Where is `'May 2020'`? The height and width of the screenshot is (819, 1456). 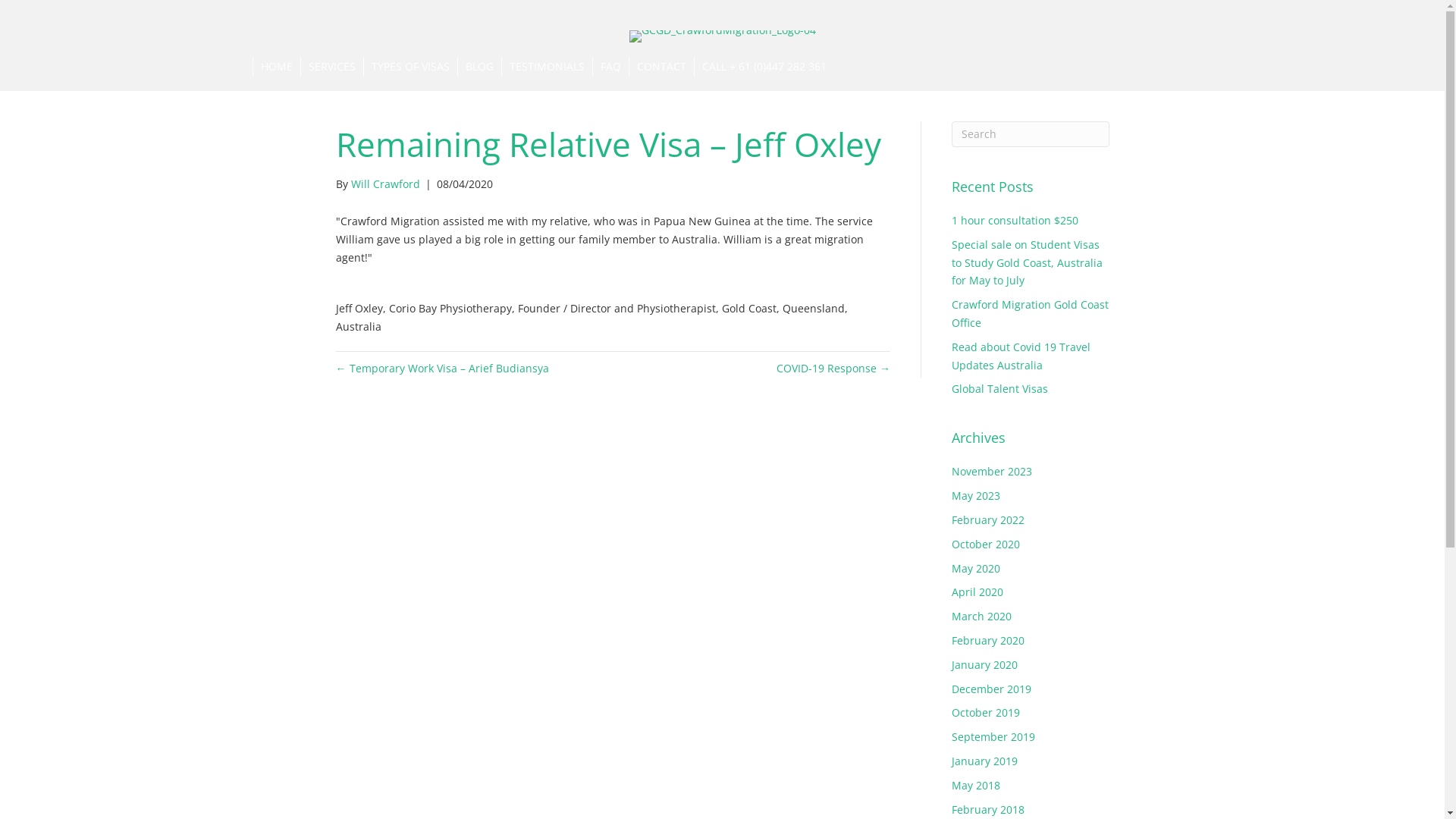
'May 2020' is located at coordinates (975, 568).